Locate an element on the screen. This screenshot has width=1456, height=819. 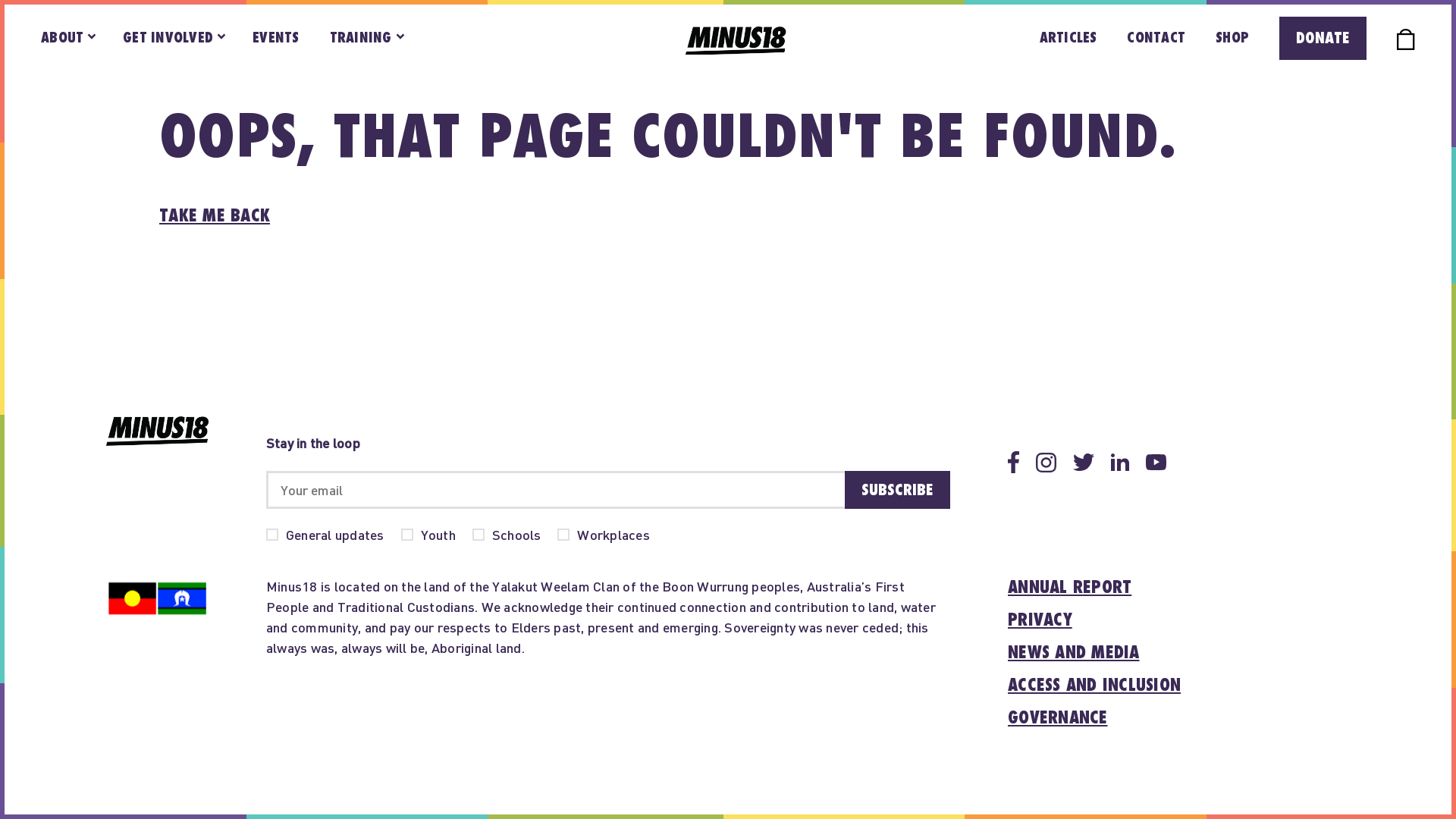
'GOVERNANCE' is located at coordinates (1057, 717).